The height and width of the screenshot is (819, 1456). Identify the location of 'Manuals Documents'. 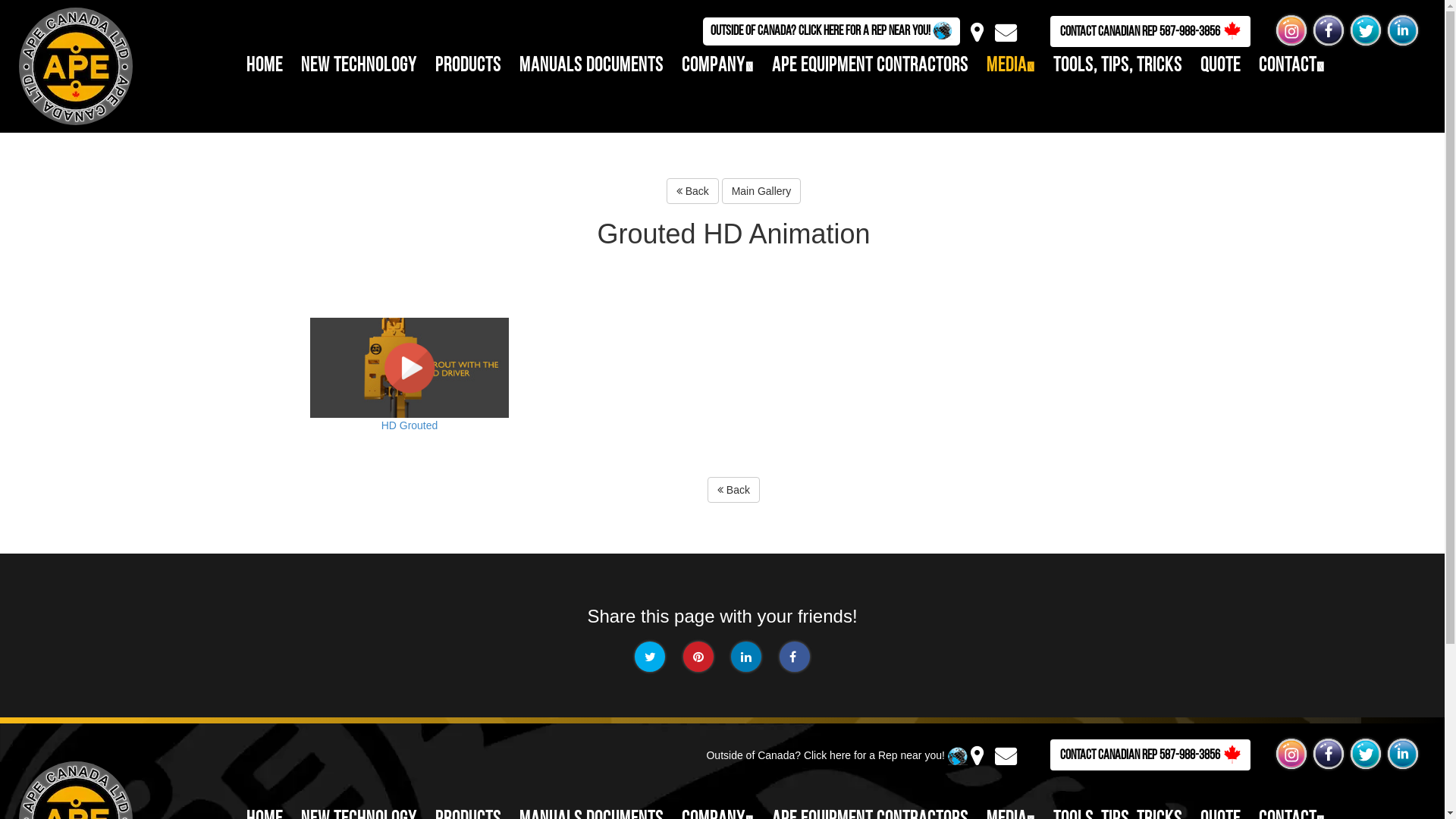
(590, 65).